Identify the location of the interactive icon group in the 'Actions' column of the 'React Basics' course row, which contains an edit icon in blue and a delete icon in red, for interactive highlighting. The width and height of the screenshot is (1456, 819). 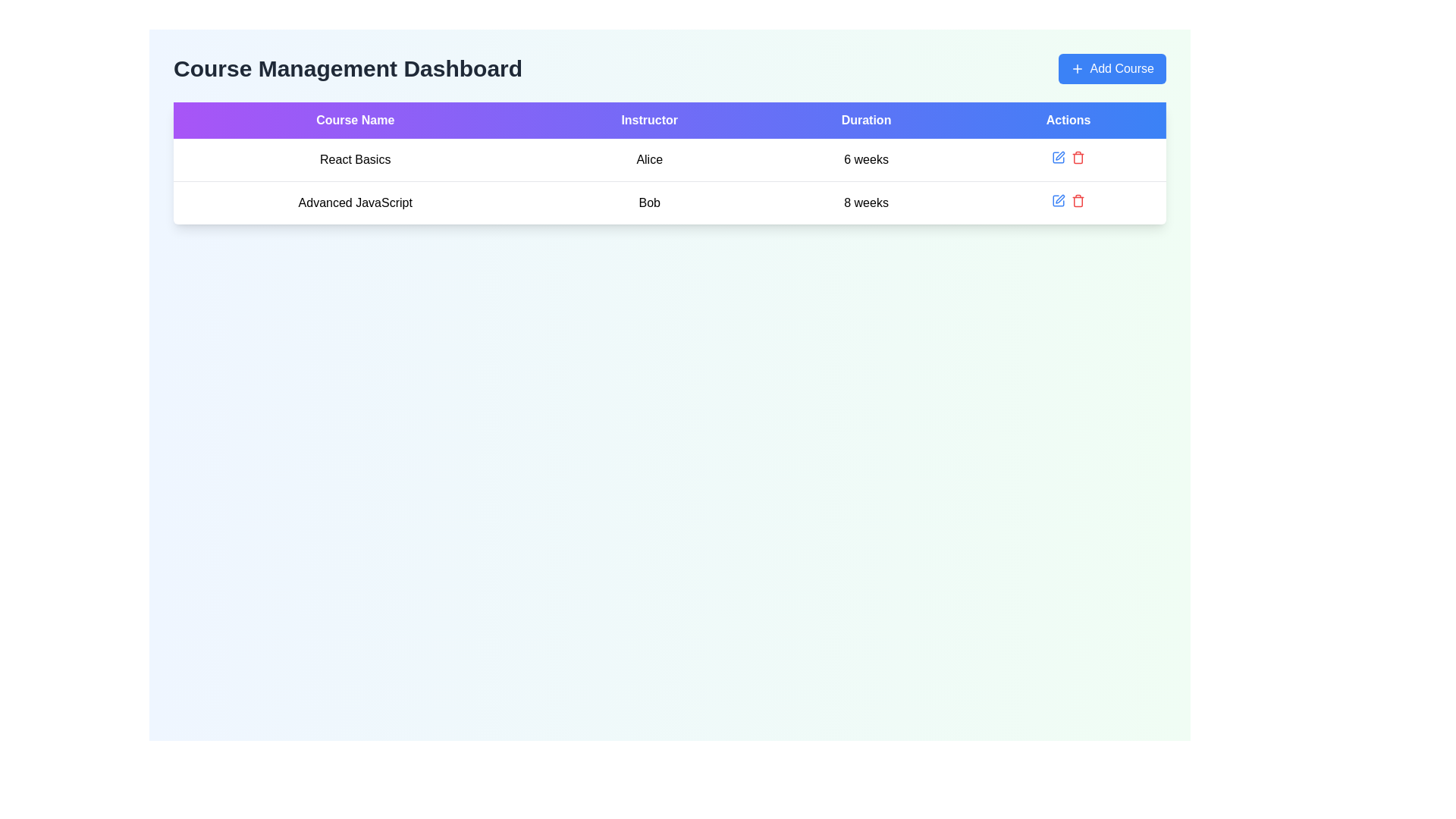
(1068, 158).